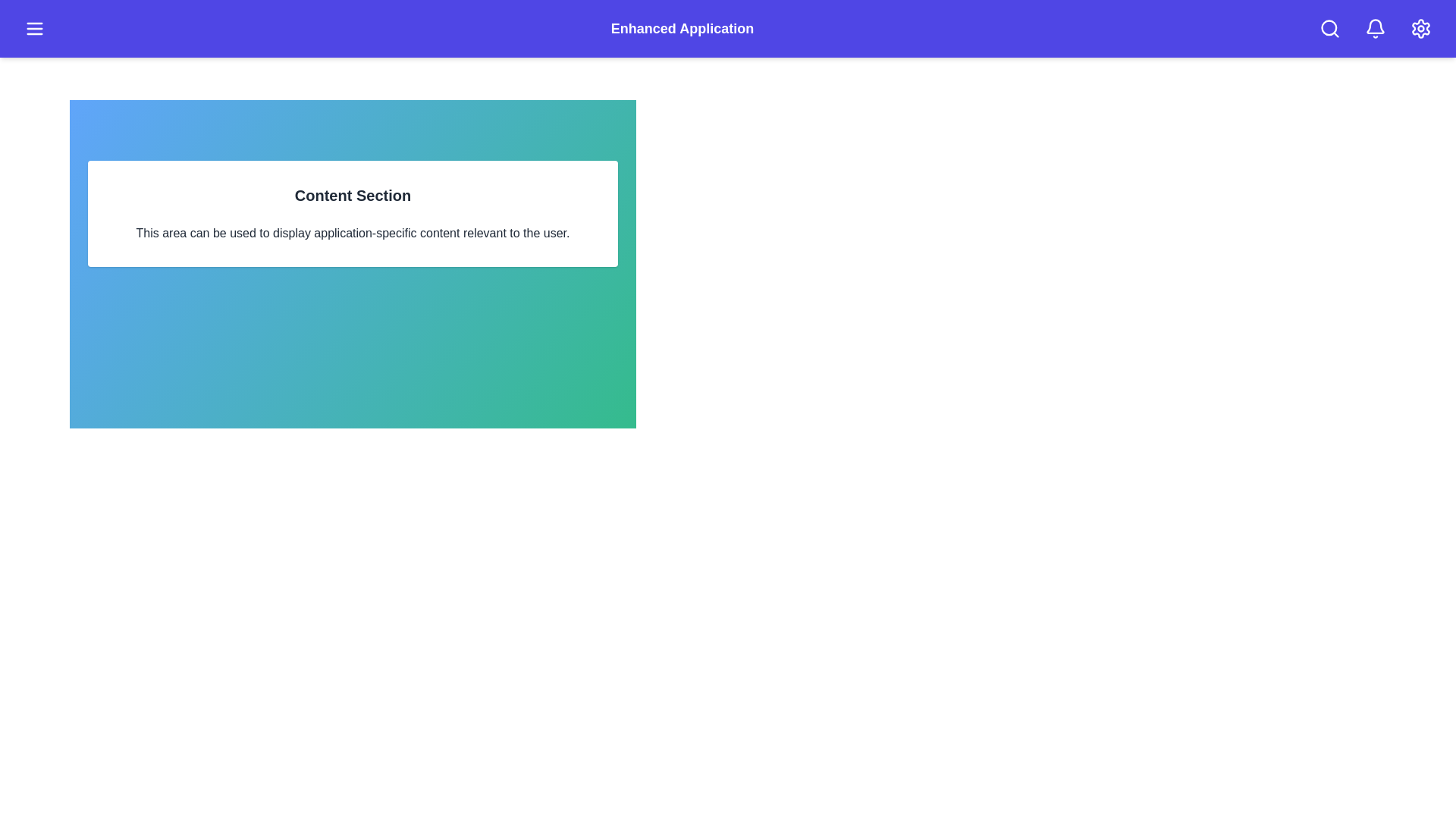 The height and width of the screenshot is (819, 1456). What do you see at coordinates (1420, 29) in the screenshot?
I see `the settings icon in the app bar to access application settings` at bounding box center [1420, 29].